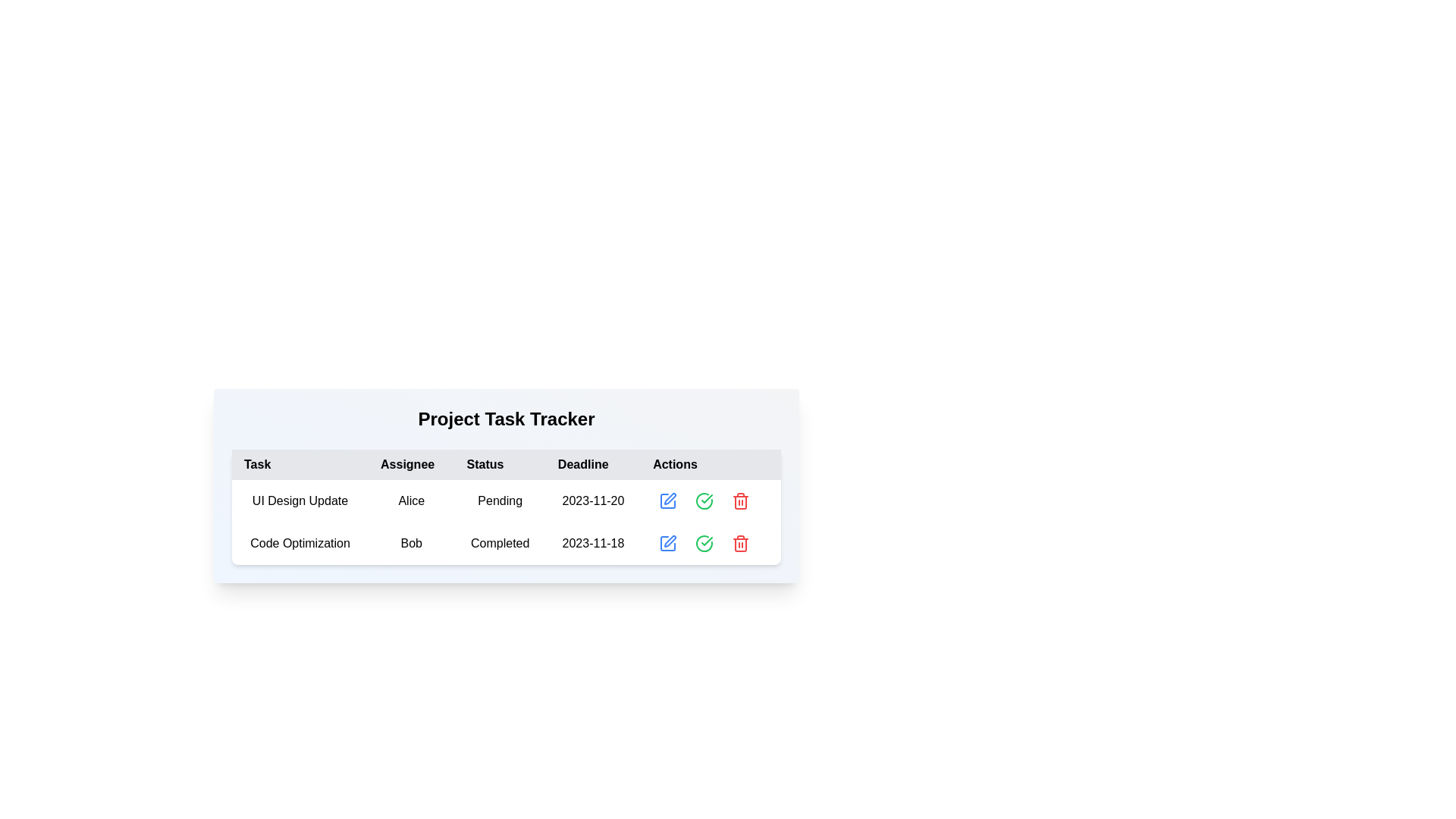 The image size is (1456, 819). I want to click on the 'Assignee' column header cell, which is the second column header in the table located between the 'Task' and 'Status' headers, so click(411, 464).